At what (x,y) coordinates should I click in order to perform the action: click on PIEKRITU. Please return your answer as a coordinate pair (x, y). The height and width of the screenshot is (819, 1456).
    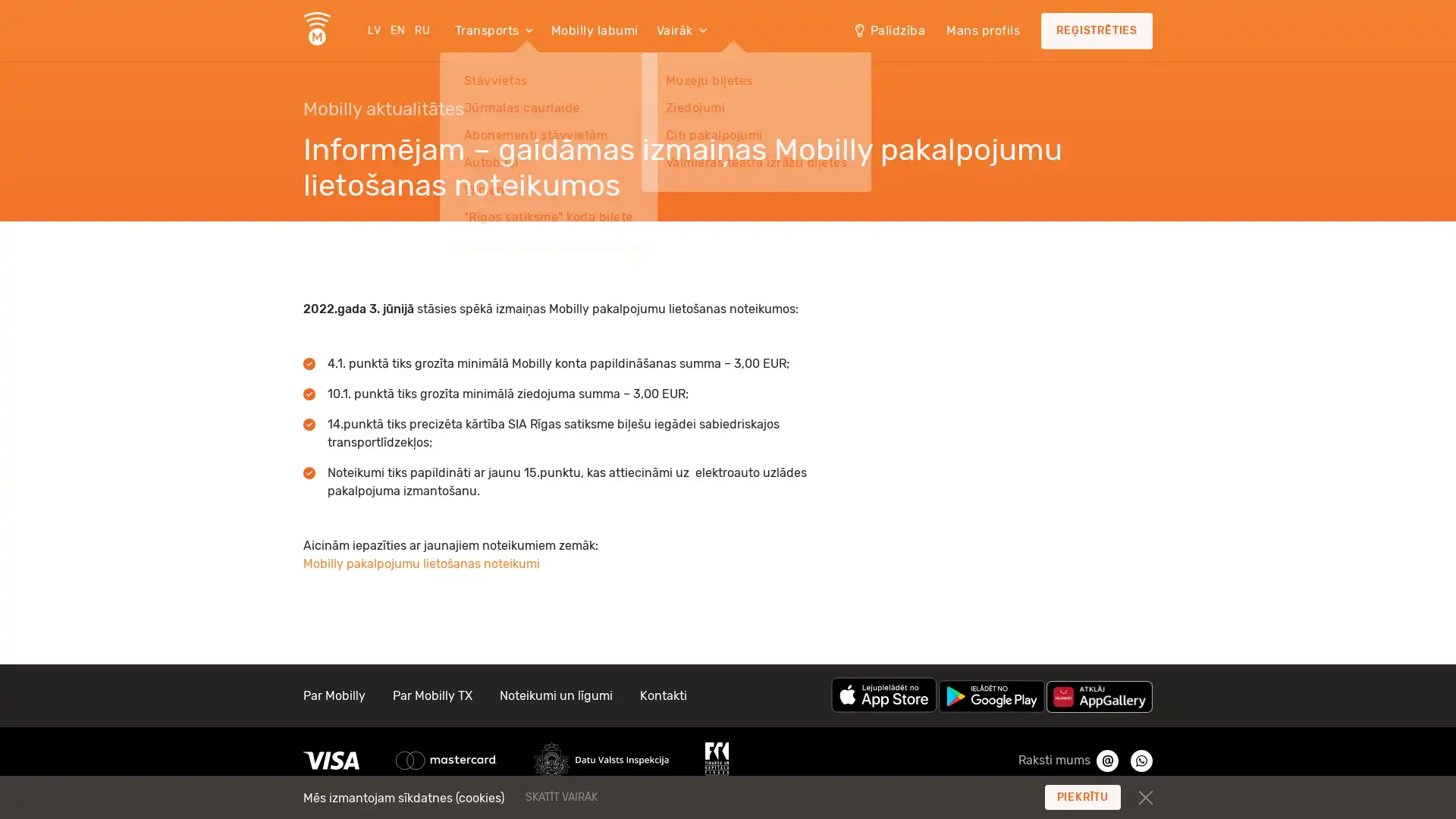
    Looking at the image, I should click on (1081, 796).